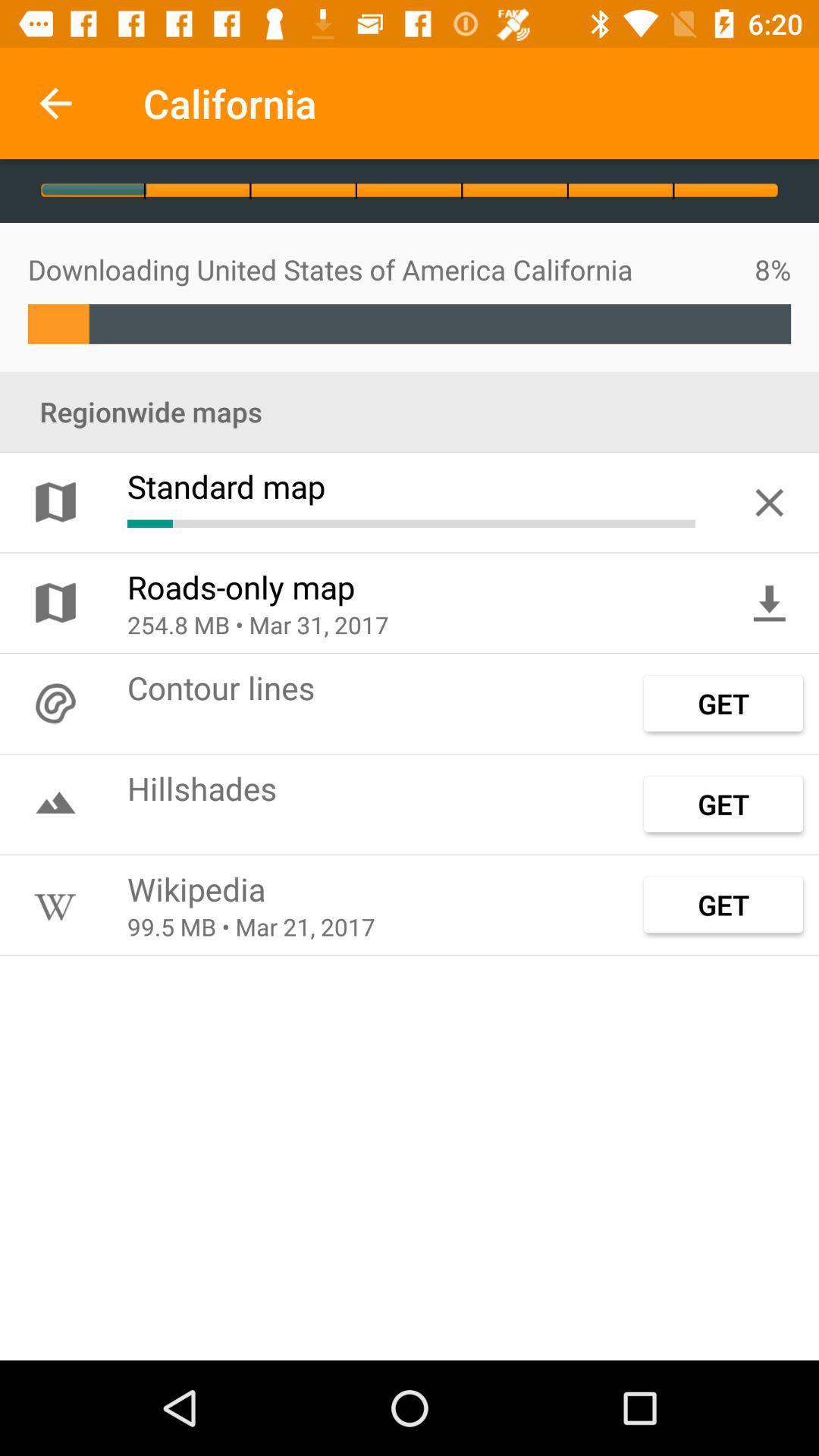  What do you see at coordinates (55, 702) in the screenshot?
I see `the icon which is before contour lines on page` at bounding box center [55, 702].